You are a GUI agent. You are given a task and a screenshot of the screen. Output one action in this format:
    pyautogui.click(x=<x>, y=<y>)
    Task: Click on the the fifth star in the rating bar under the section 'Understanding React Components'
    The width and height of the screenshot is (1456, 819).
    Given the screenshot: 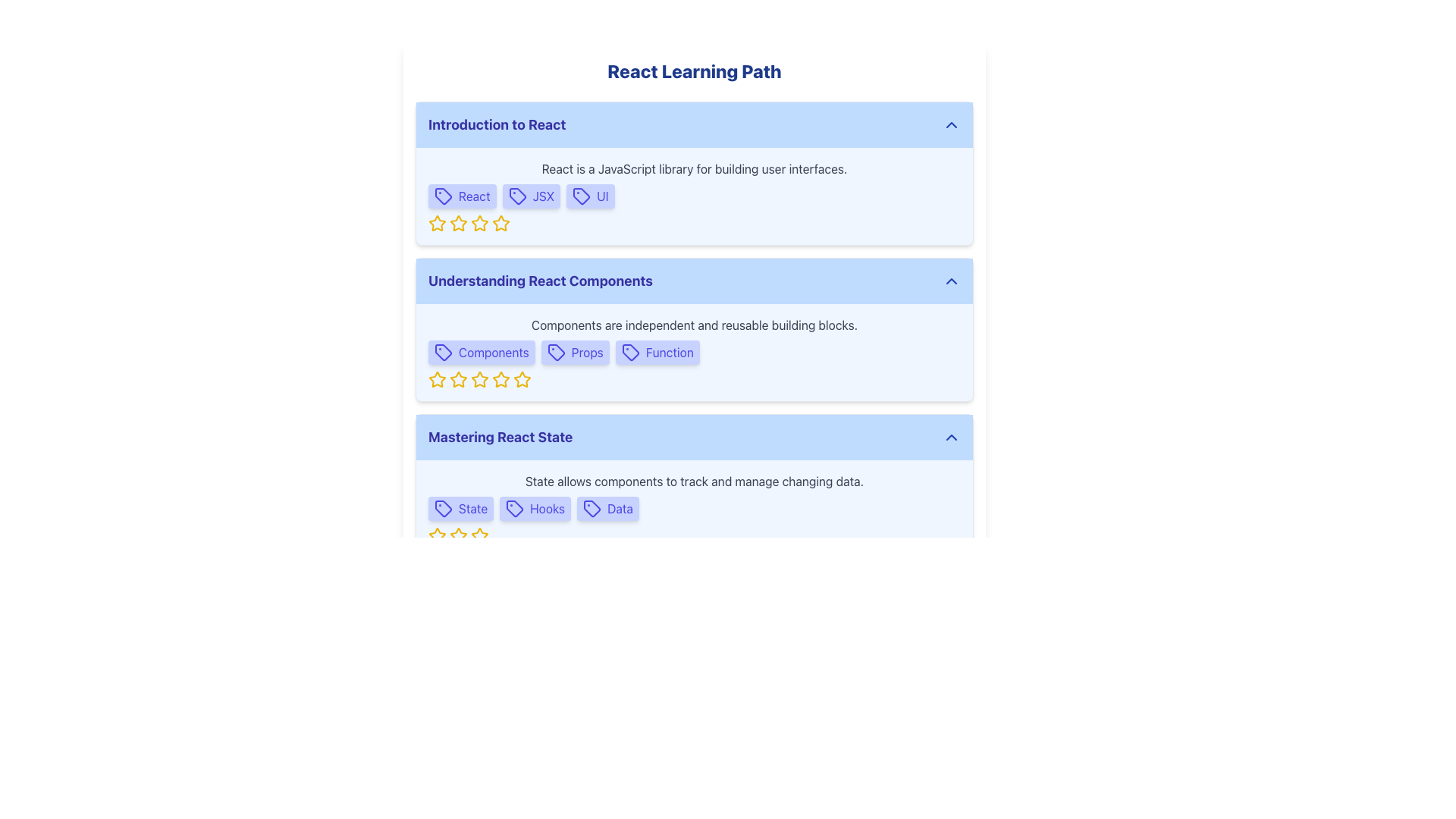 What is the action you would take?
    pyautogui.click(x=522, y=378)
    